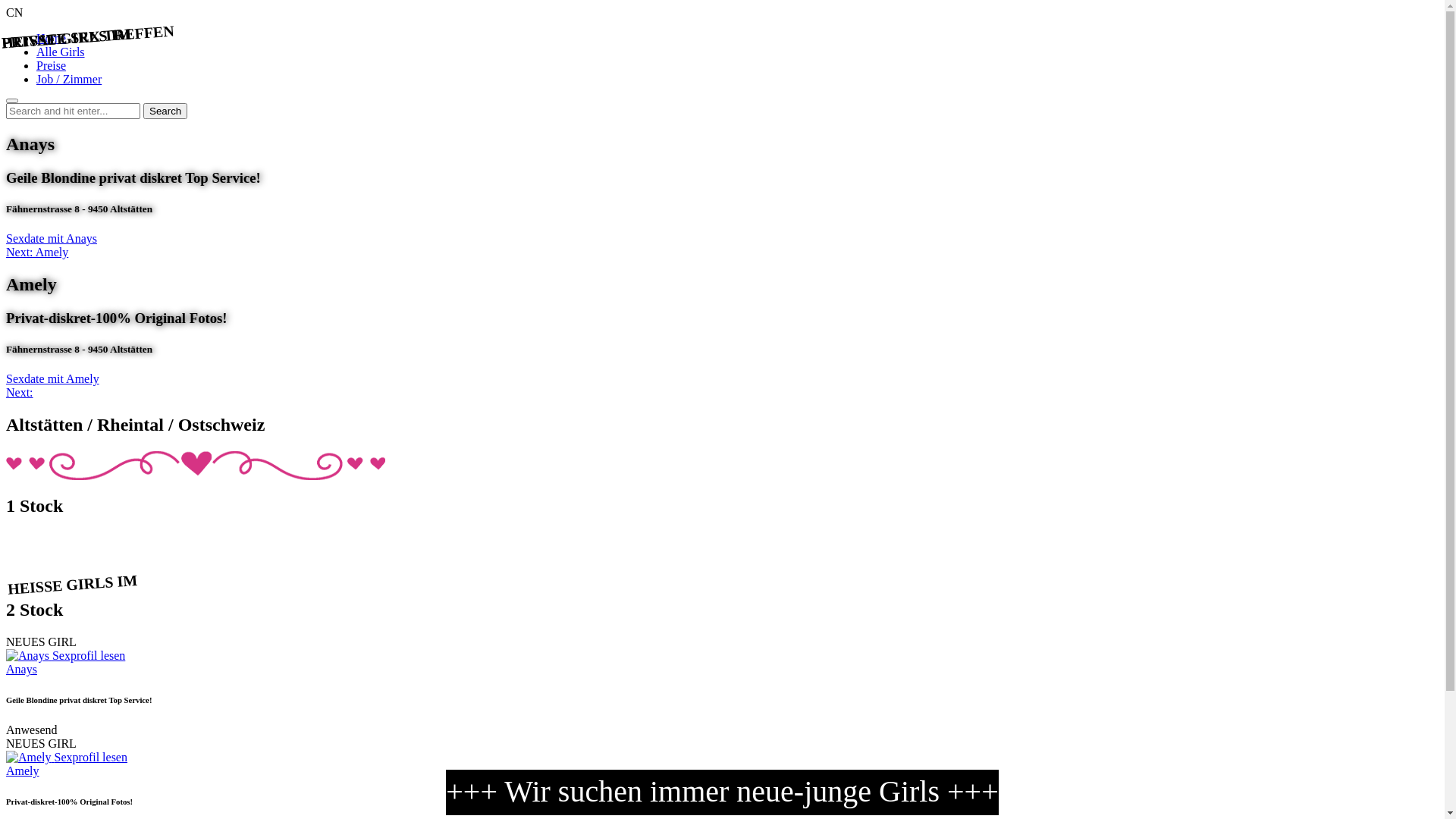 The width and height of the screenshot is (1456, 819). I want to click on 'Amely', so click(22, 770).